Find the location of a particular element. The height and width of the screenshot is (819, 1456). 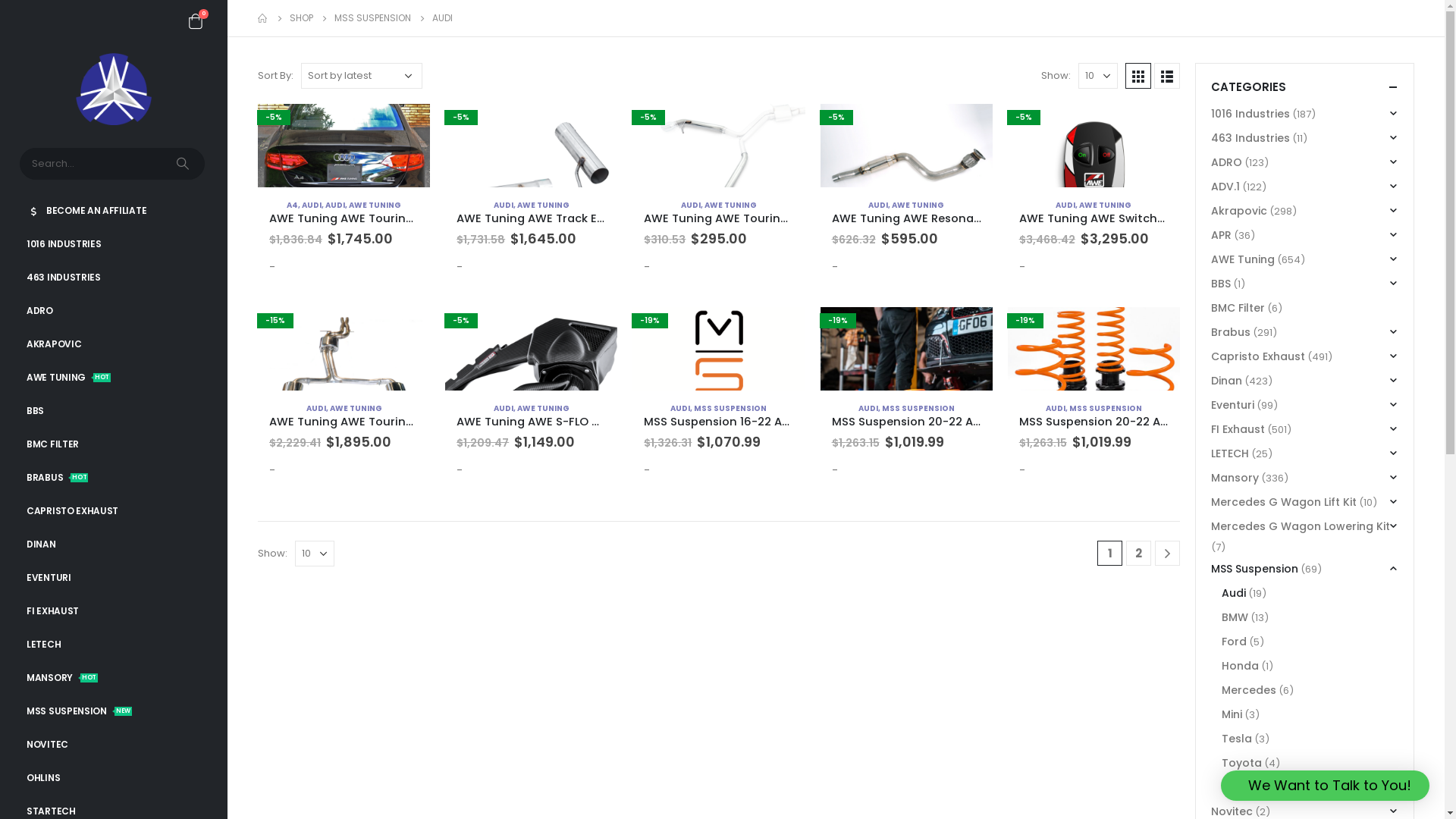

'BBS' is located at coordinates (112, 411).